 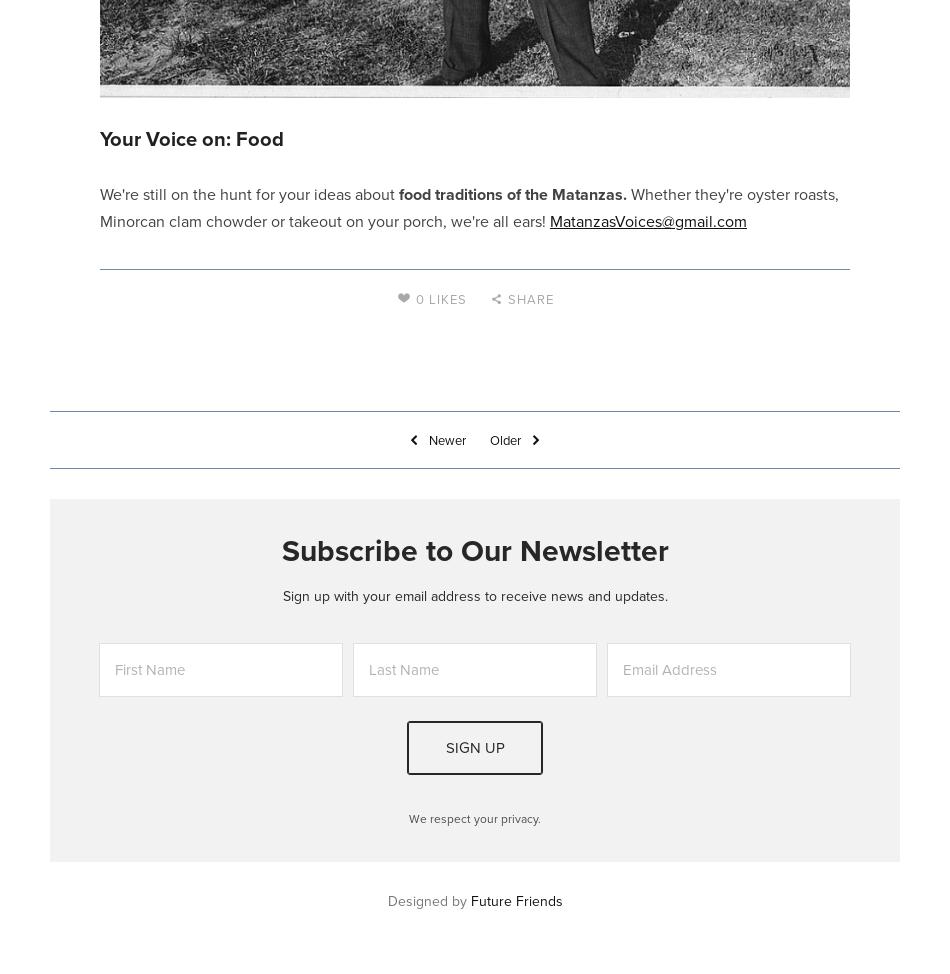 What do you see at coordinates (473, 550) in the screenshot?
I see `'Subscribe to Our Newsletter'` at bounding box center [473, 550].